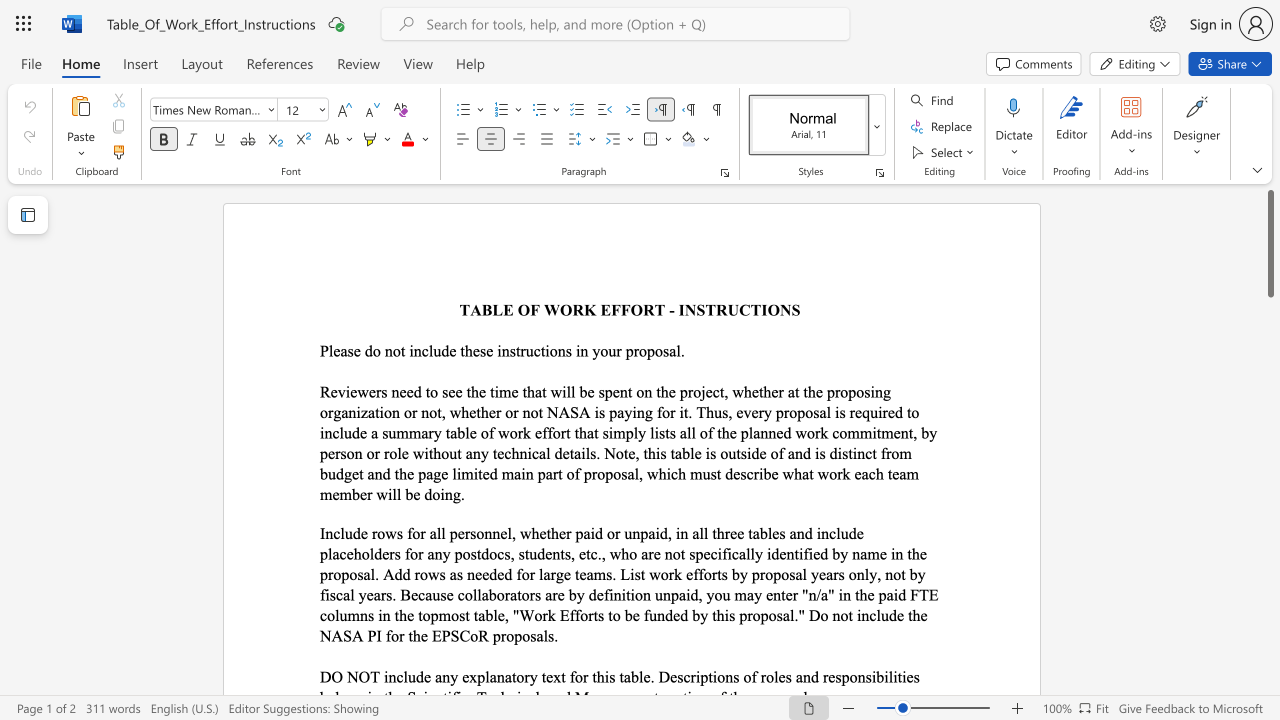 The image size is (1280, 720). Describe the element at coordinates (1269, 688) in the screenshot. I see `the scrollbar on the right to shift the page lower` at that location.